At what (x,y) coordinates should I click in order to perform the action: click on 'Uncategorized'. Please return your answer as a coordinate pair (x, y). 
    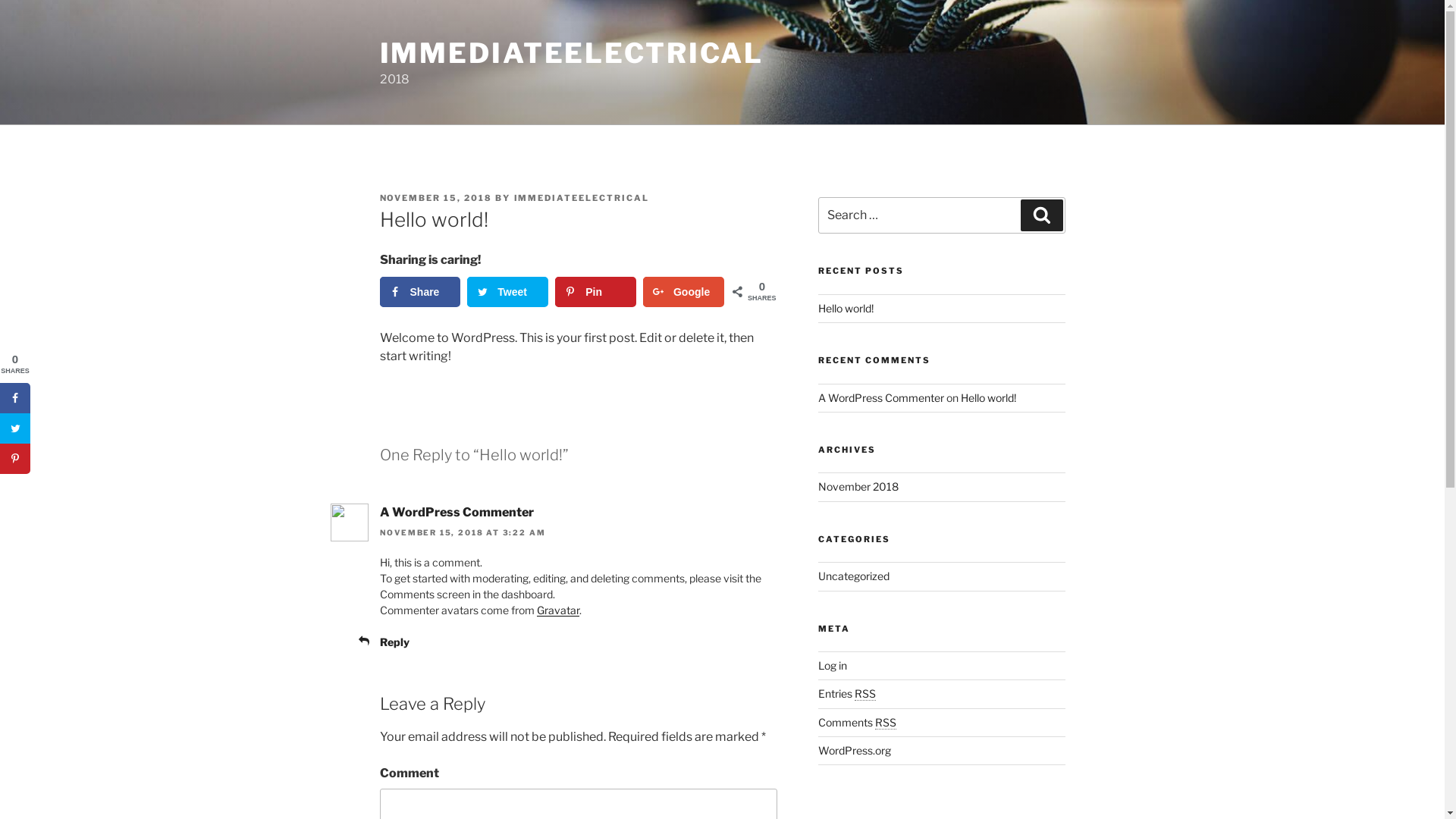
    Looking at the image, I should click on (854, 576).